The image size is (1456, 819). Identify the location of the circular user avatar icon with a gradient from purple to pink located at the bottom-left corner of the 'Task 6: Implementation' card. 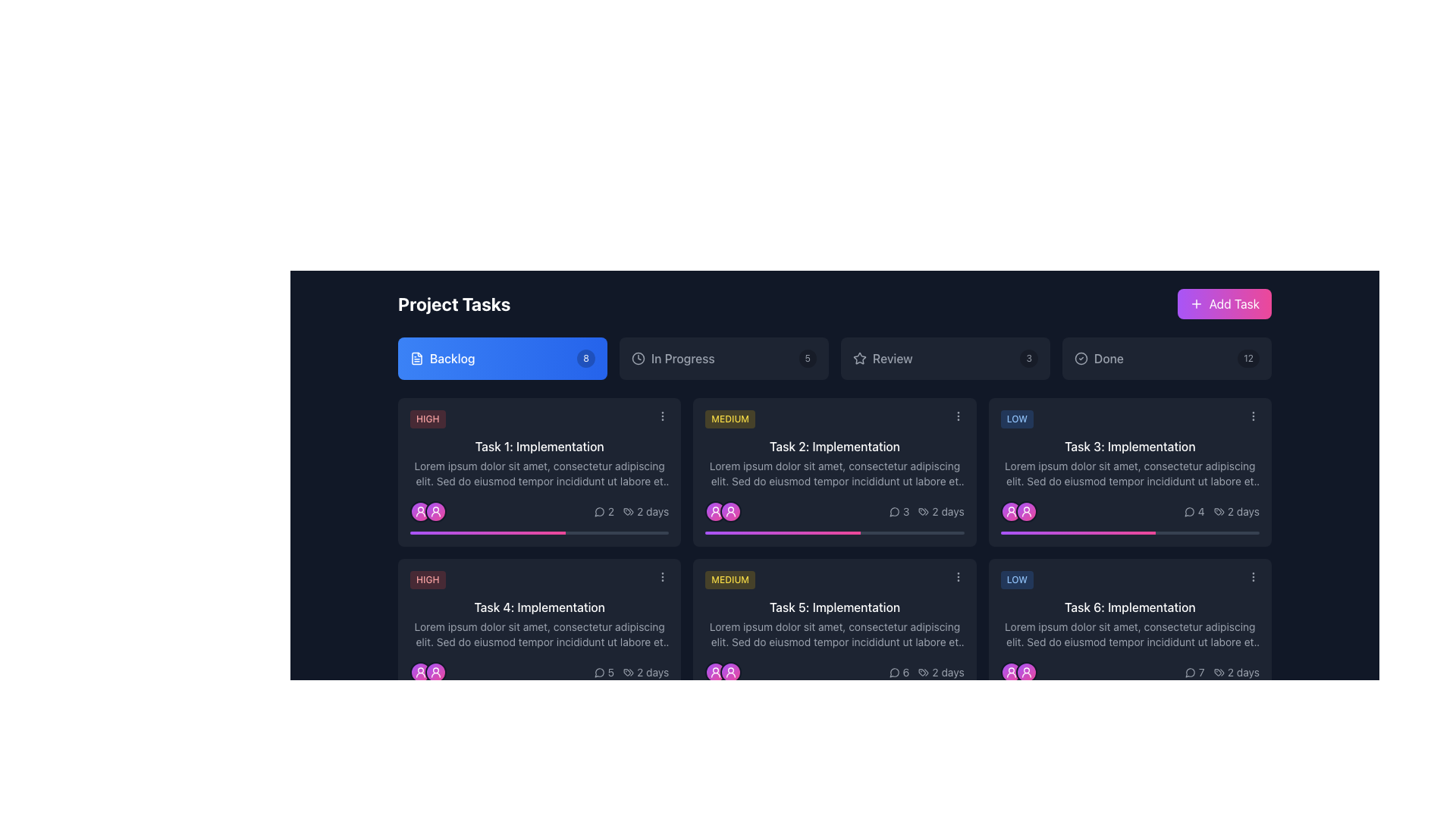
(1011, 672).